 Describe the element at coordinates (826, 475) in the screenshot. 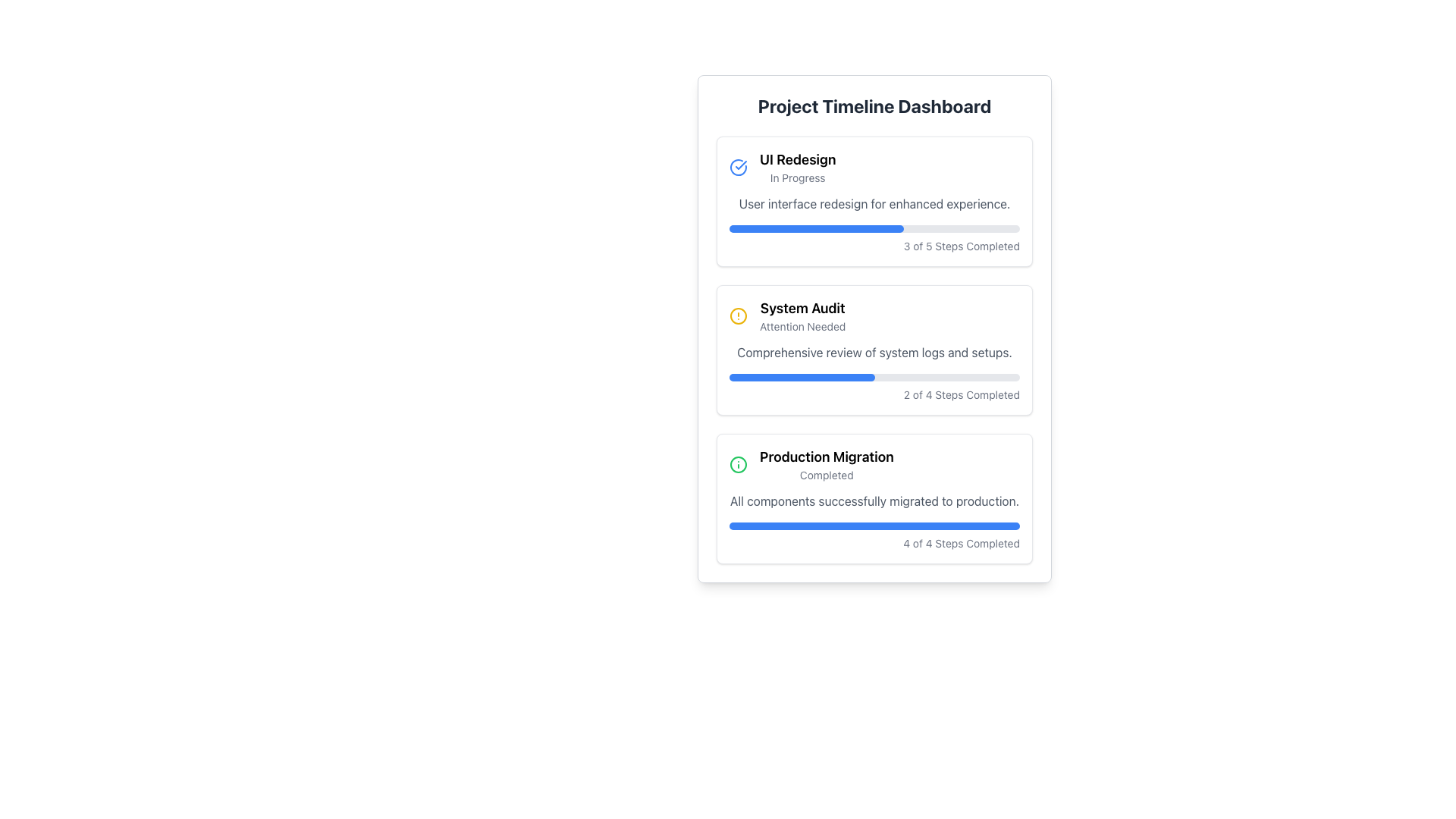

I see `the 'Completed' text label, which is styled in gray and positioned below the 'Production Migration' text in the summary section` at that location.